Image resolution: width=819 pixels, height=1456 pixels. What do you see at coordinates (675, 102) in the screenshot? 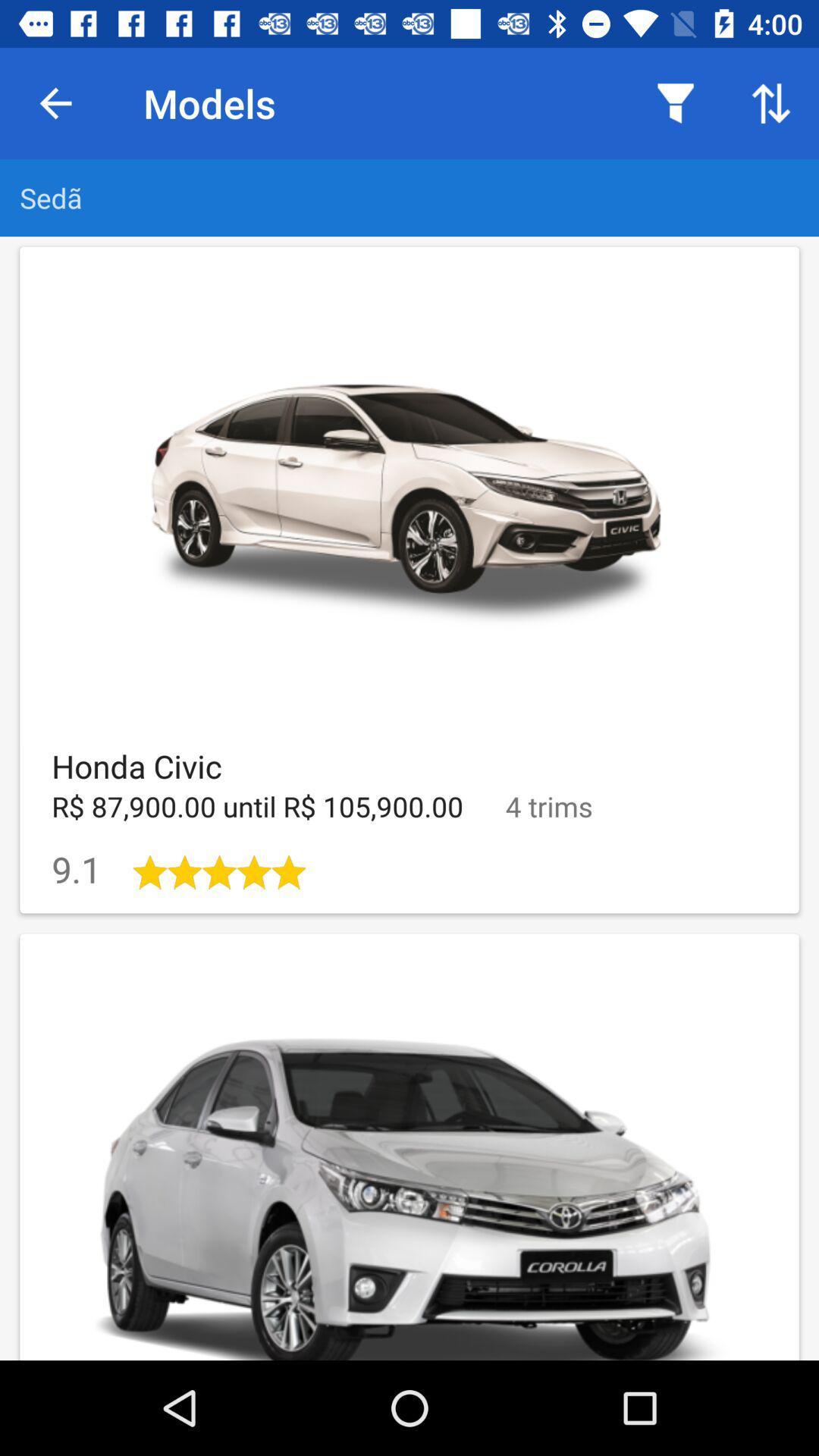
I see `icon next to the models item` at bounding box center [675, 102].